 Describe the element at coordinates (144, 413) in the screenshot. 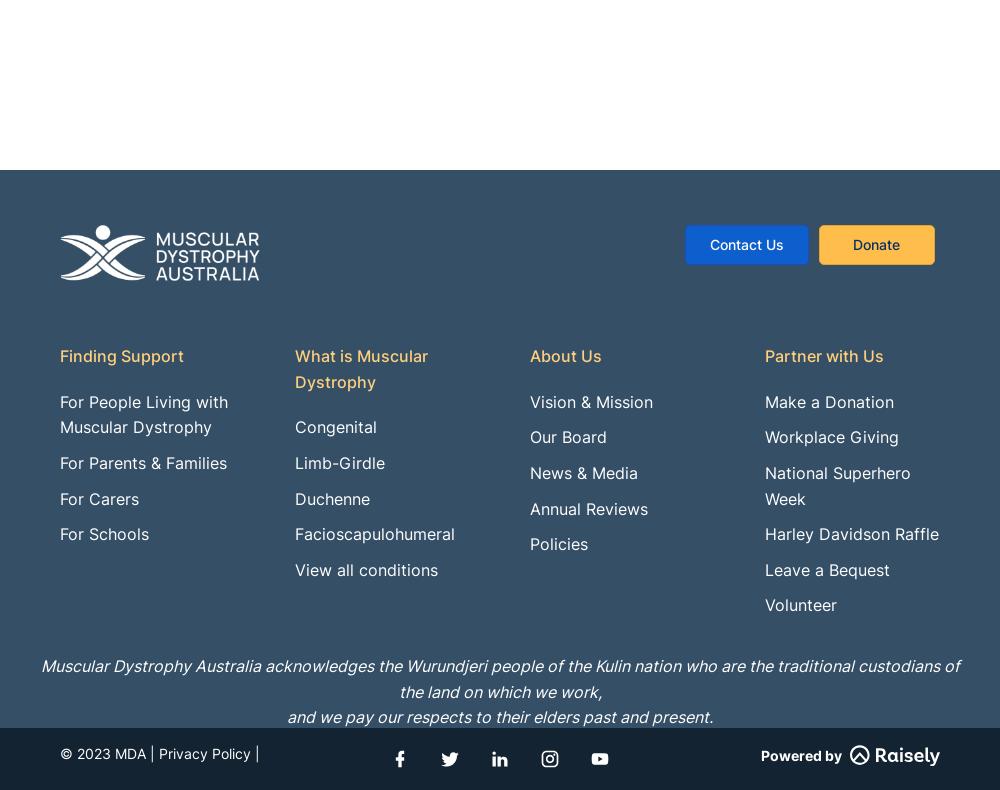

I see `'For People Living with Muscular Dystrophy'` at that location.